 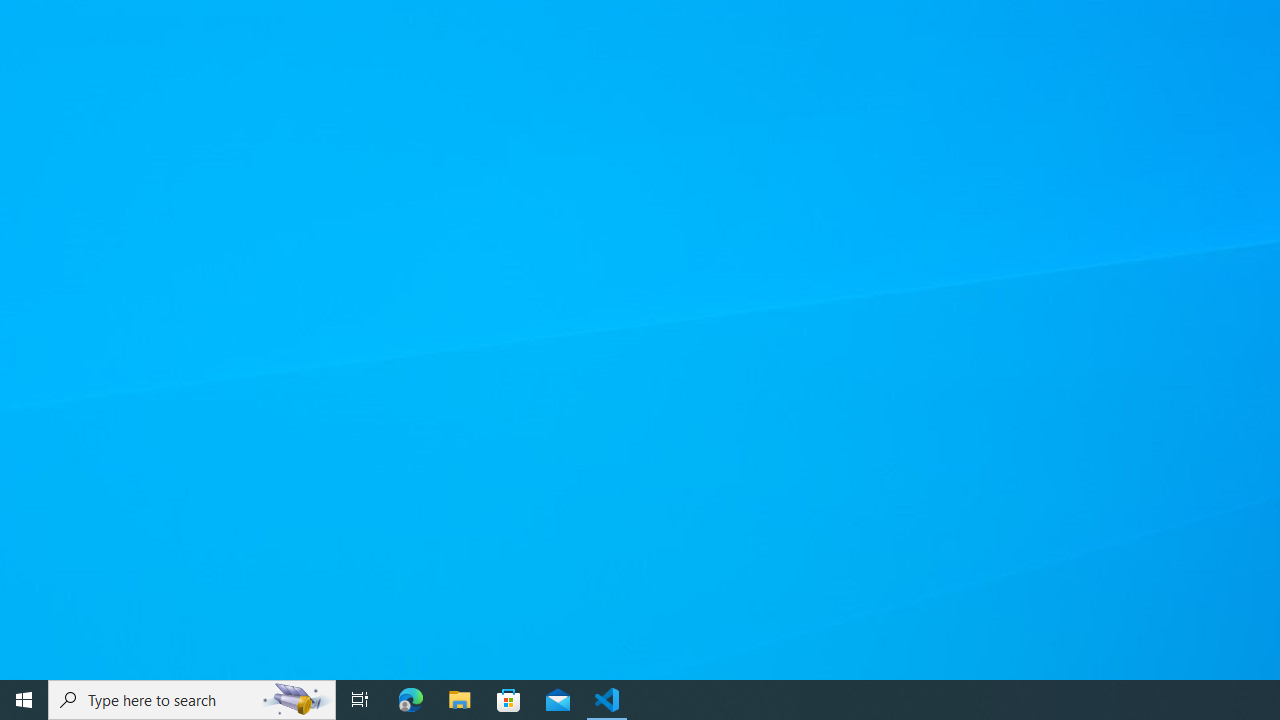 What do you see at coordinates (192, 698) in the screenshot?
I see `'Type here to search'` at bounding box center [192, 698].